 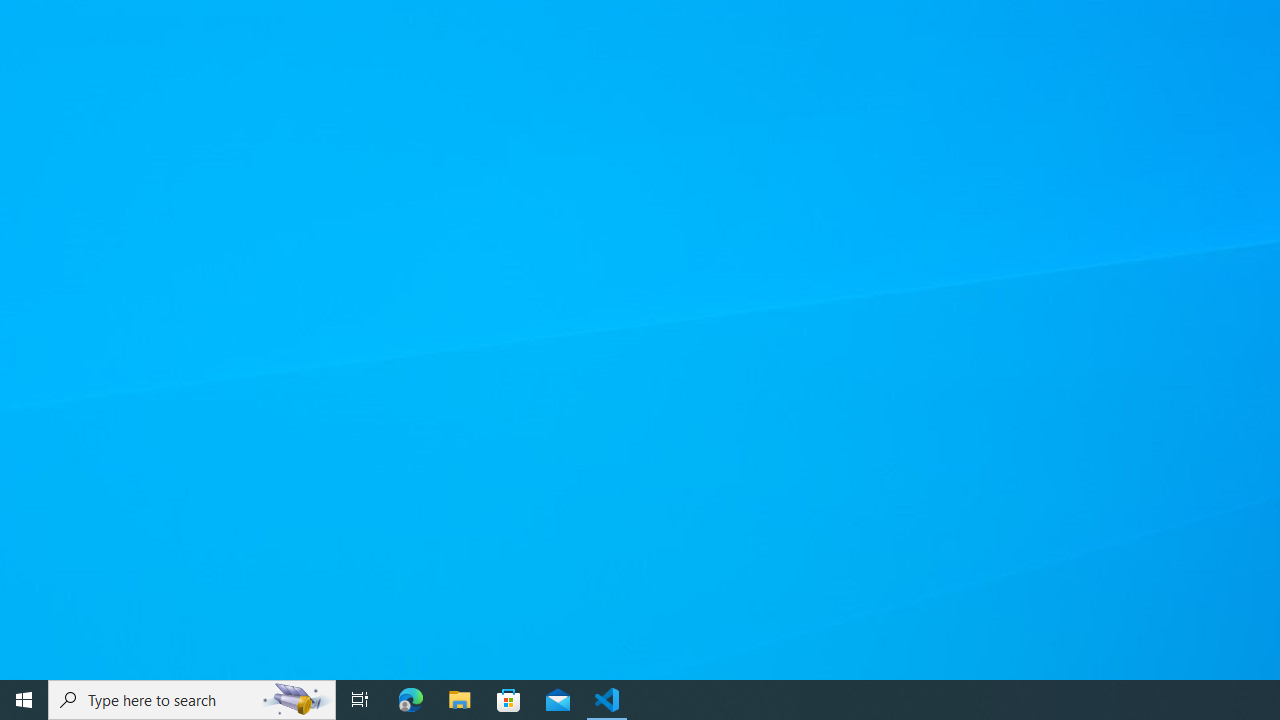 What do you see at coordinates (192, 698) in the screenshot?
I see `'Type here to search'` at bounding box center [192, 698].